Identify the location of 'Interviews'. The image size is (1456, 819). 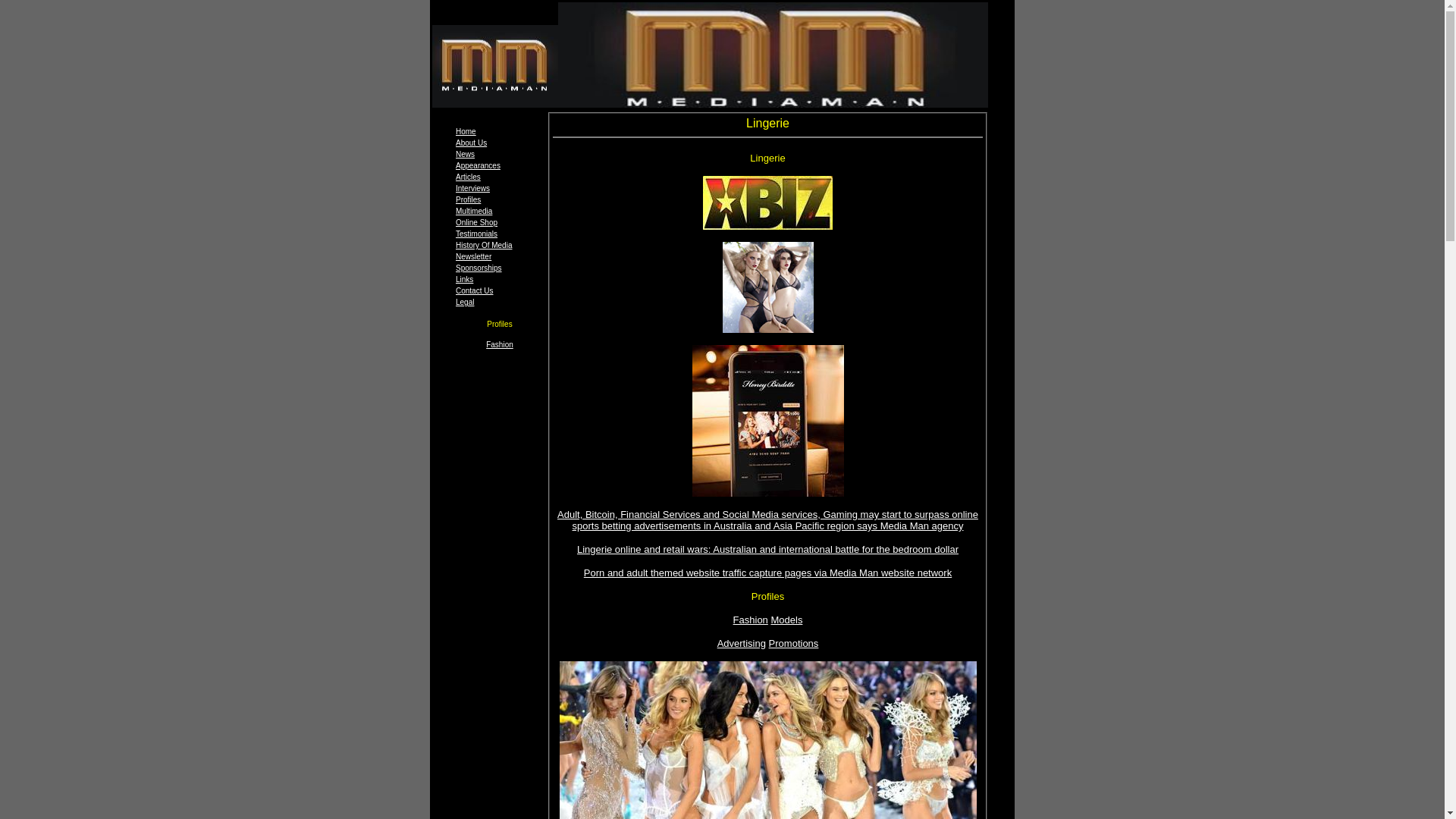
(472, 187).